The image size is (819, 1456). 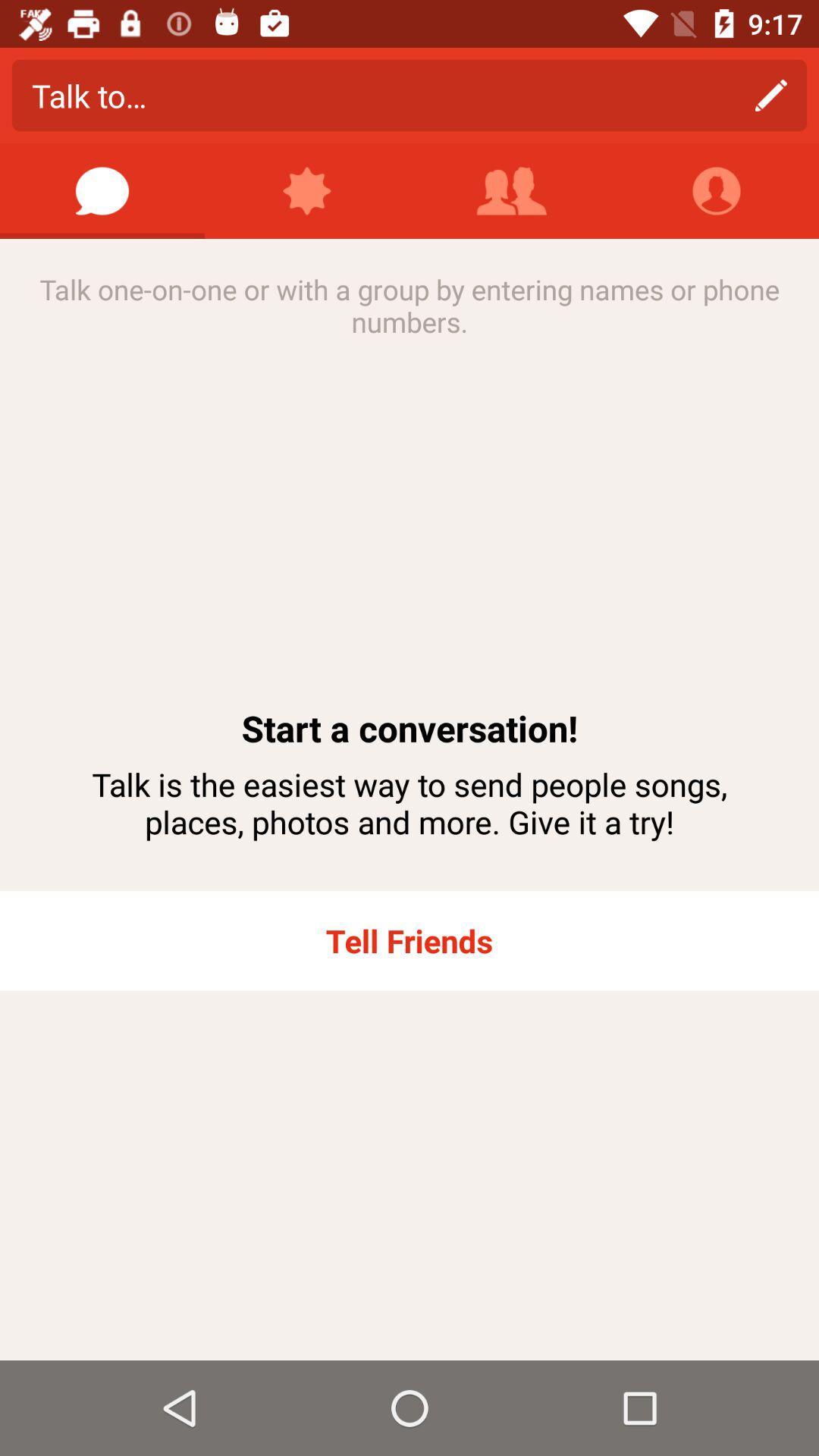 What do you see at coordinates (102, 190) in the screenshot?
I see `sms` at bounding box center [102, 190].